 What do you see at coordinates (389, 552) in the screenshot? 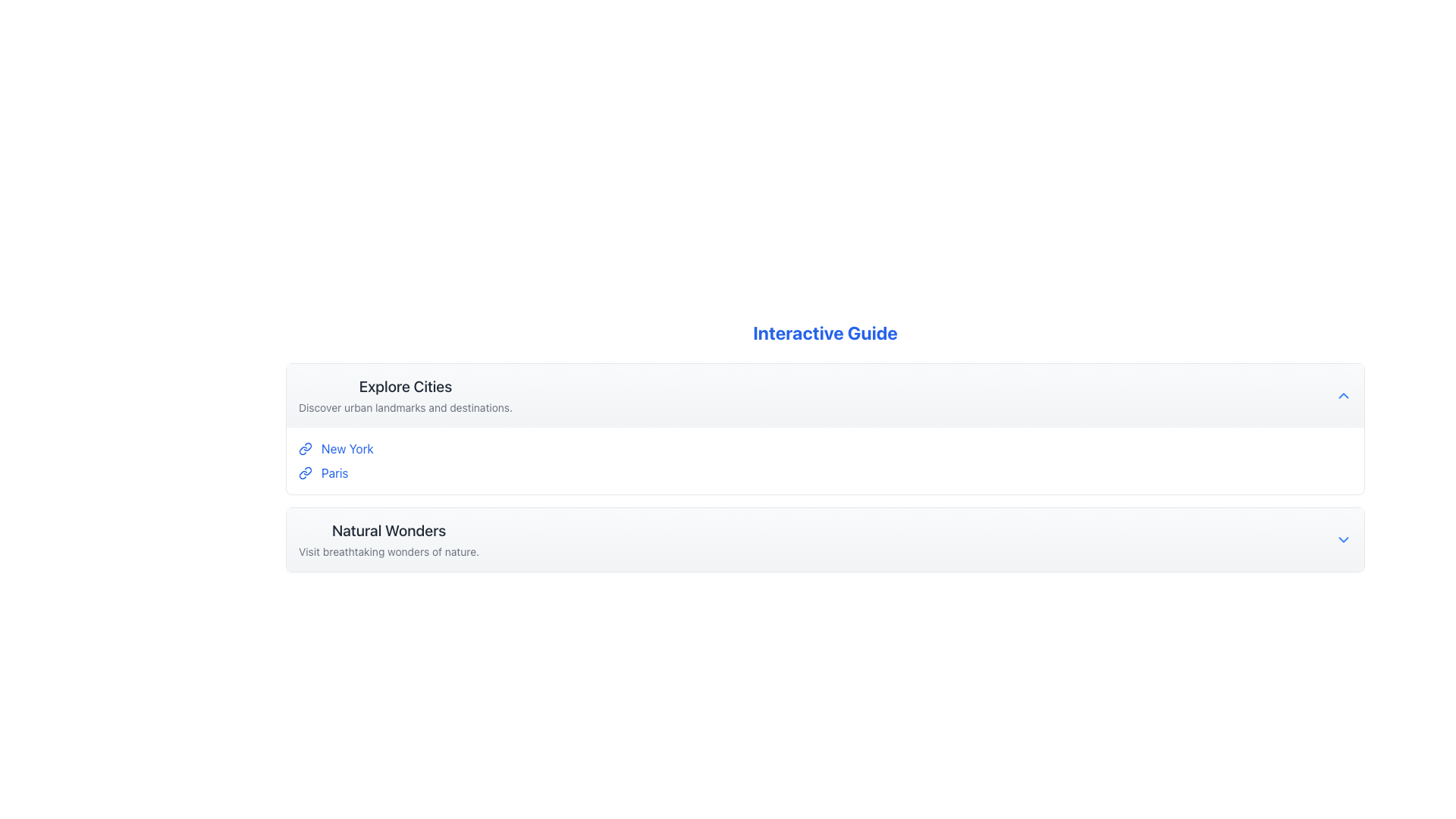
I see `the Text Label that contains the content 'Visit breathtaking wonders of nature.' positioned below the 'Natural Wonders' heading` at bounding box center [389, 552].